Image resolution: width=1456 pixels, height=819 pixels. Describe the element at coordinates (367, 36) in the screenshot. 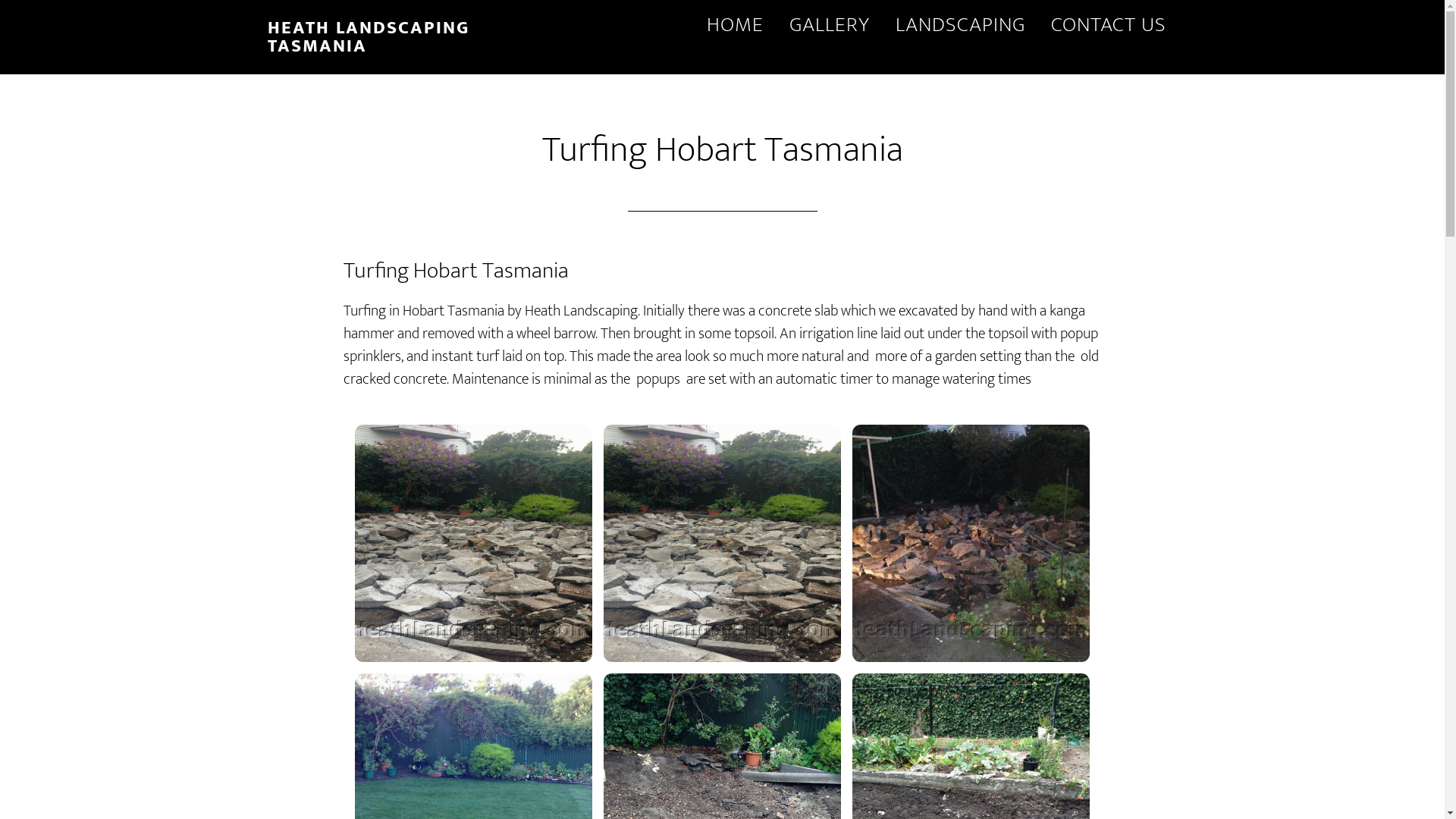

I see `'HEATH LANDSCAPING TASMANIA'` at that location.